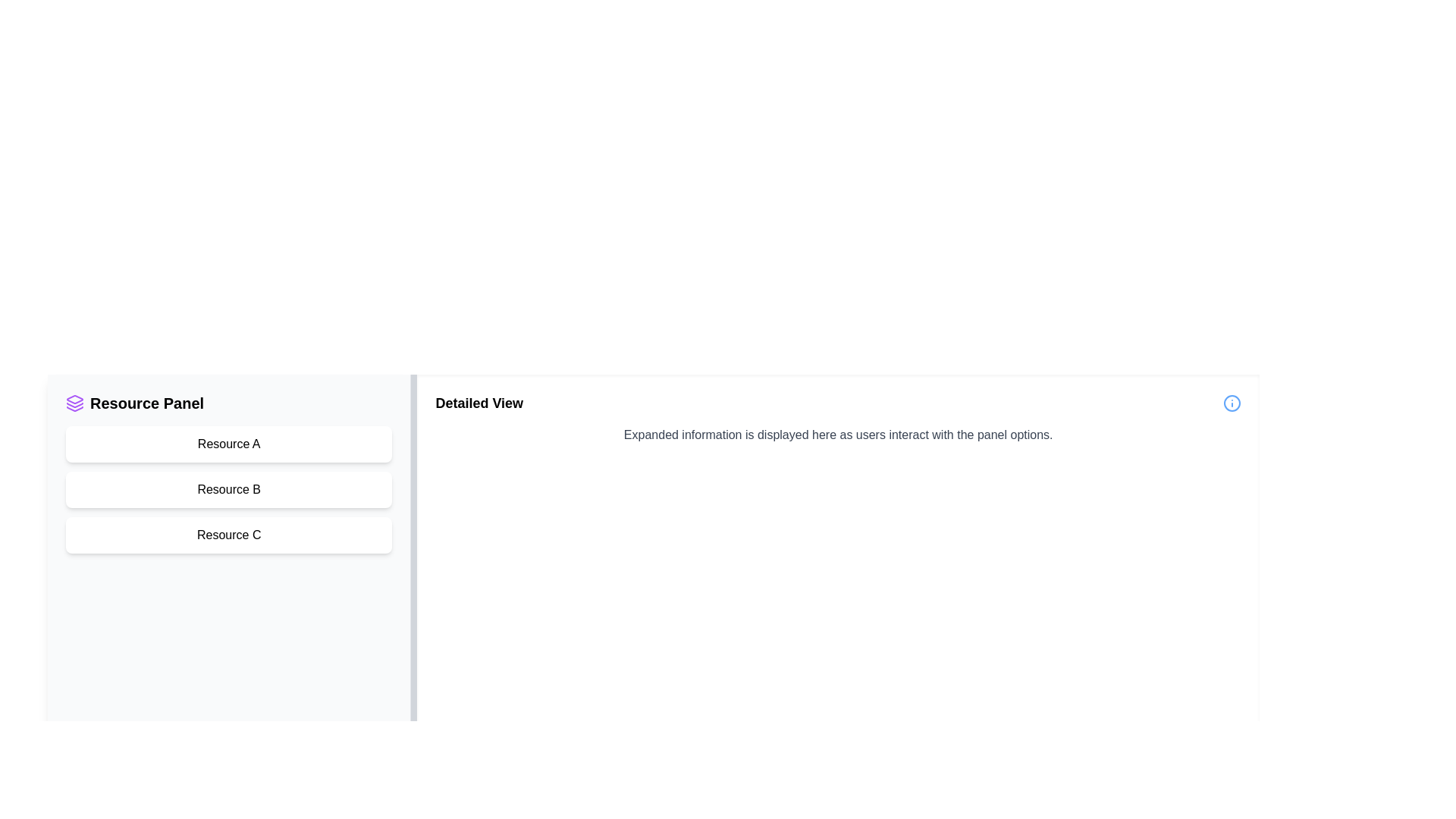  I want to click on the 'Resource C' button in the 'Resource Panel' section, so click(228, 534).